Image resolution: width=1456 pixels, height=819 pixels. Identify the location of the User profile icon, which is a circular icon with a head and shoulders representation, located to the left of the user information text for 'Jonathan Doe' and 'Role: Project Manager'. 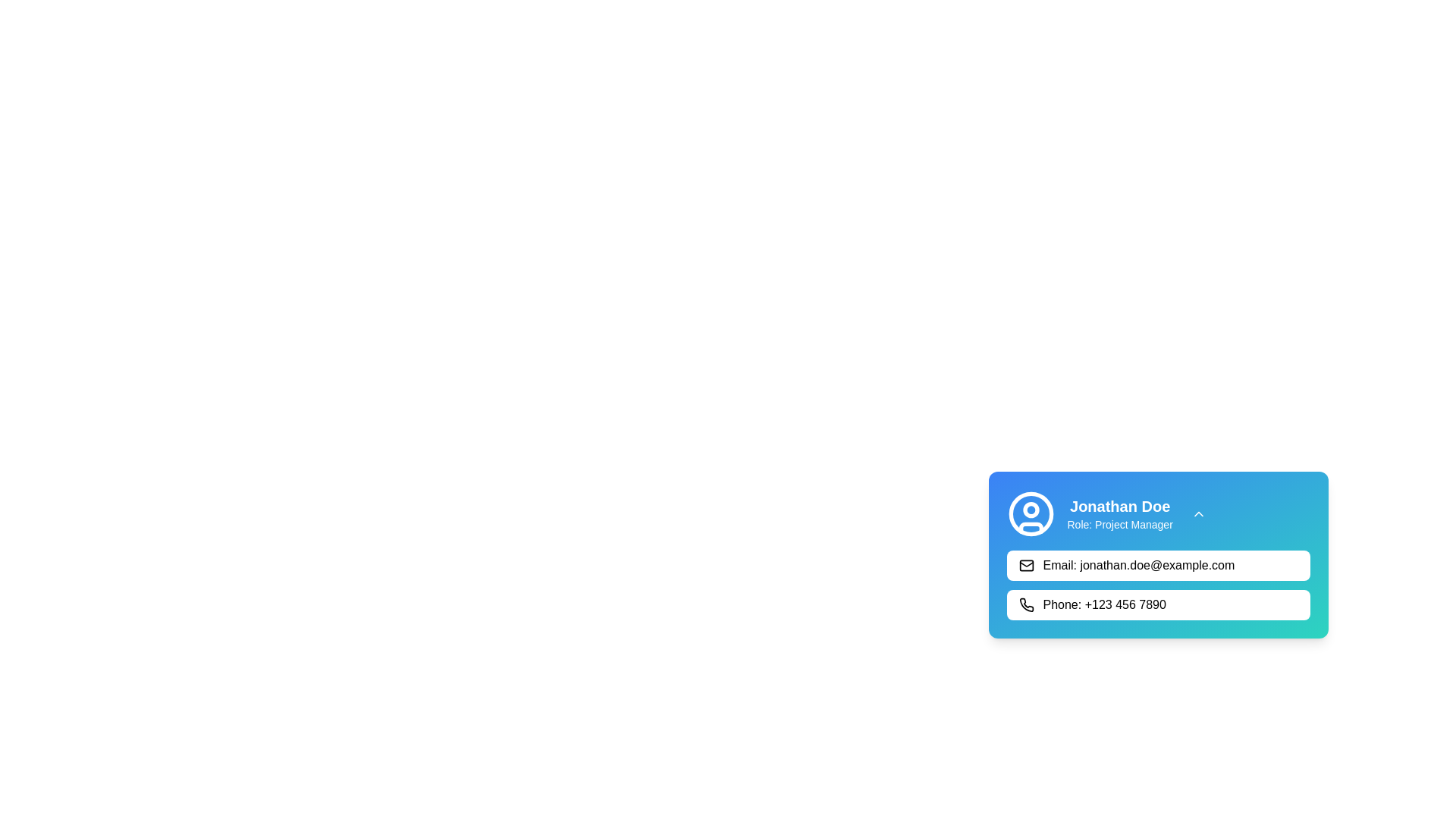
(1031, 513).